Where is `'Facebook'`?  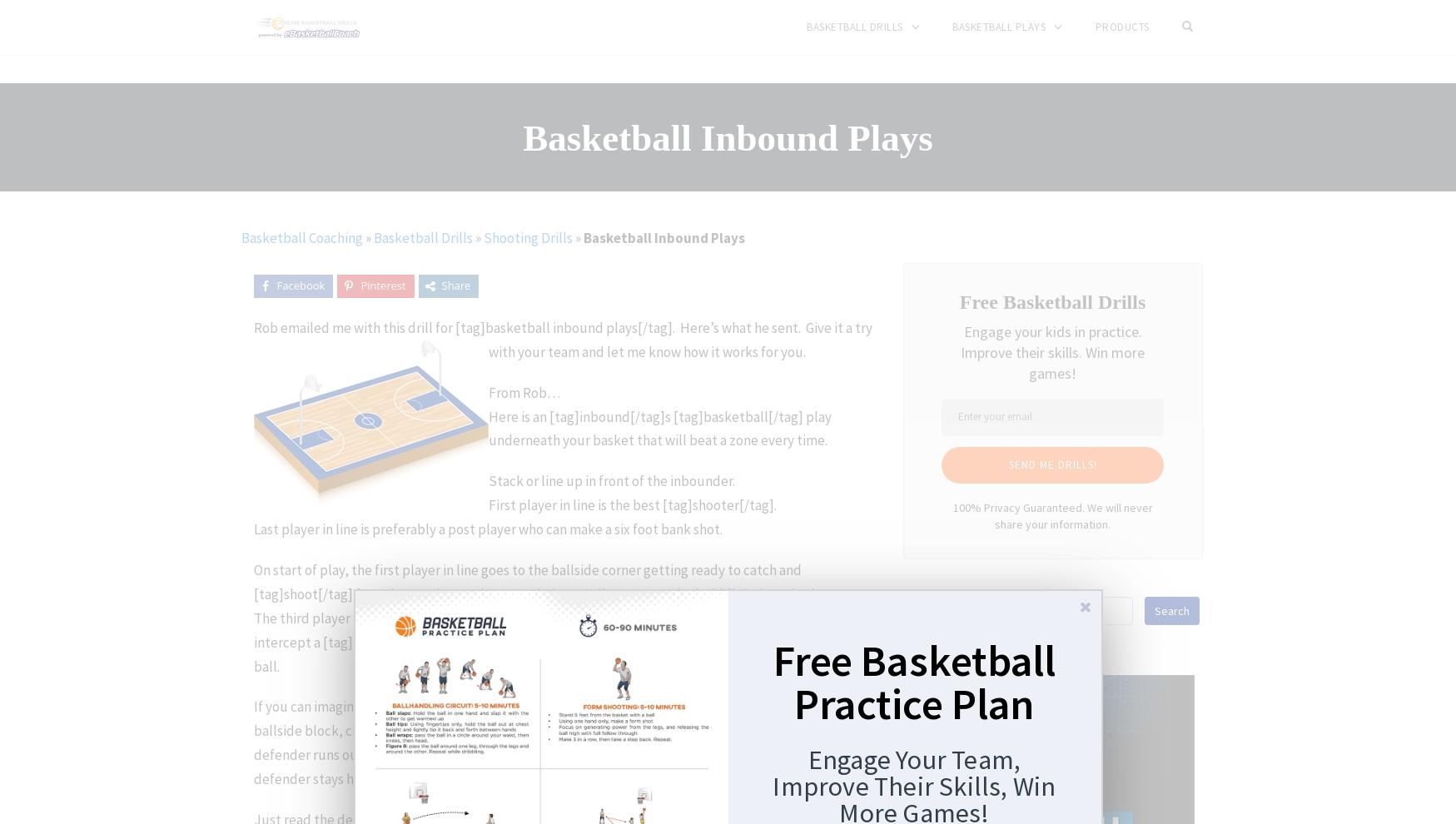
'Facebook' is located at coordinates (275, 285).